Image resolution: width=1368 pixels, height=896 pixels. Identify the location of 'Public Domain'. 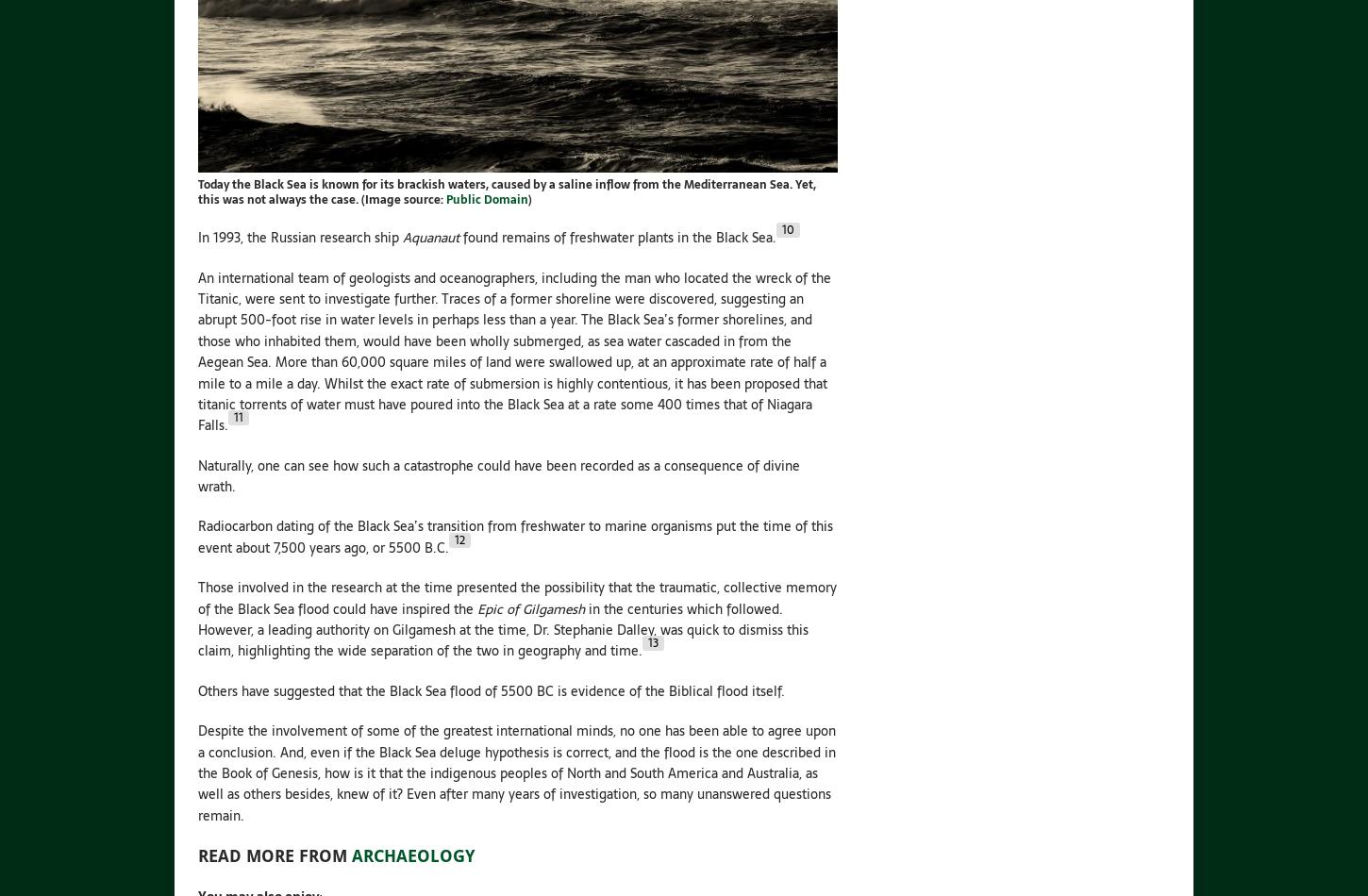
(487, 200).